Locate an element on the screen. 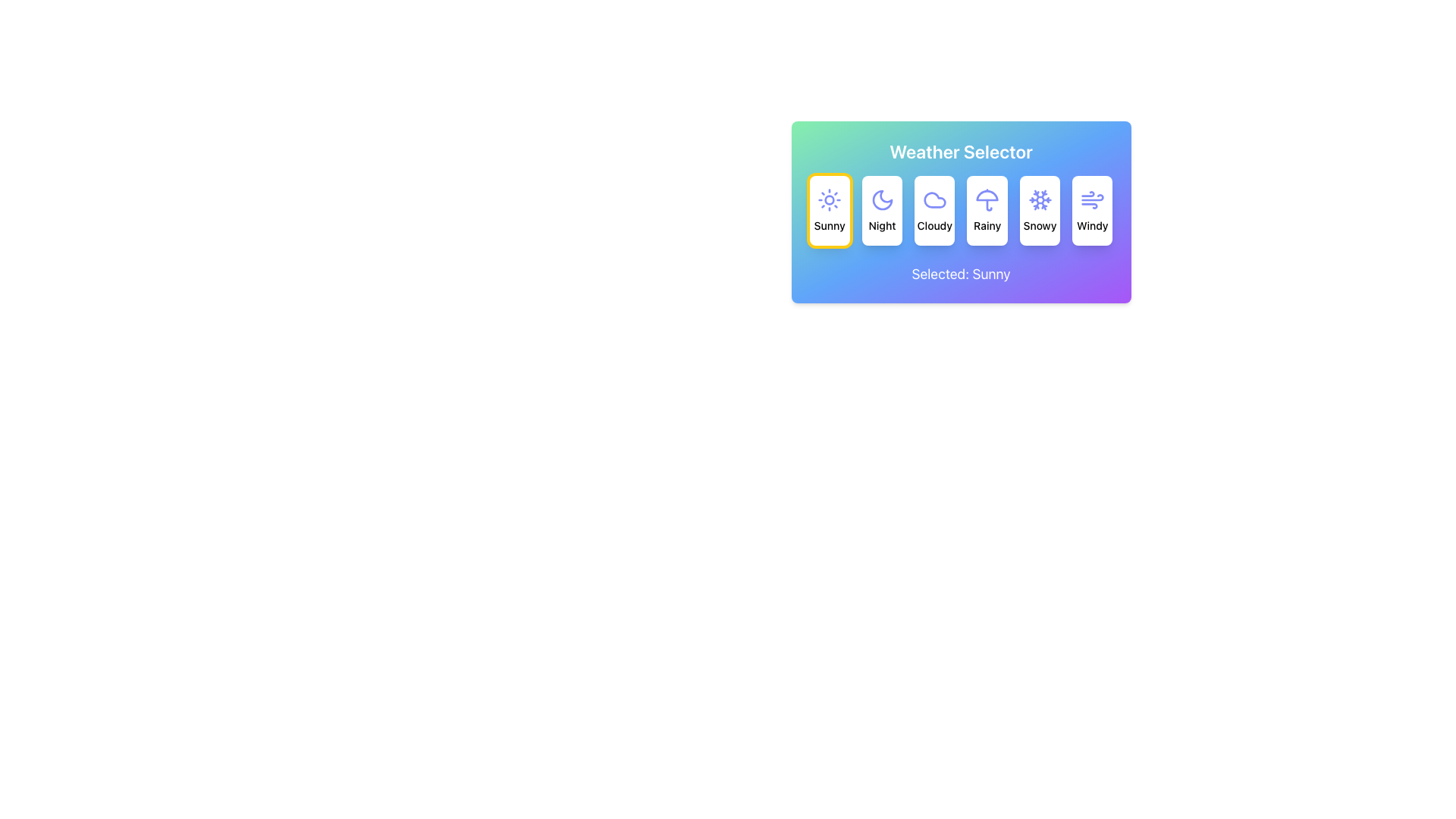  the semi-circular blue umbrella icon representing 'Rainy' weather is located at coordinates (987, 195).